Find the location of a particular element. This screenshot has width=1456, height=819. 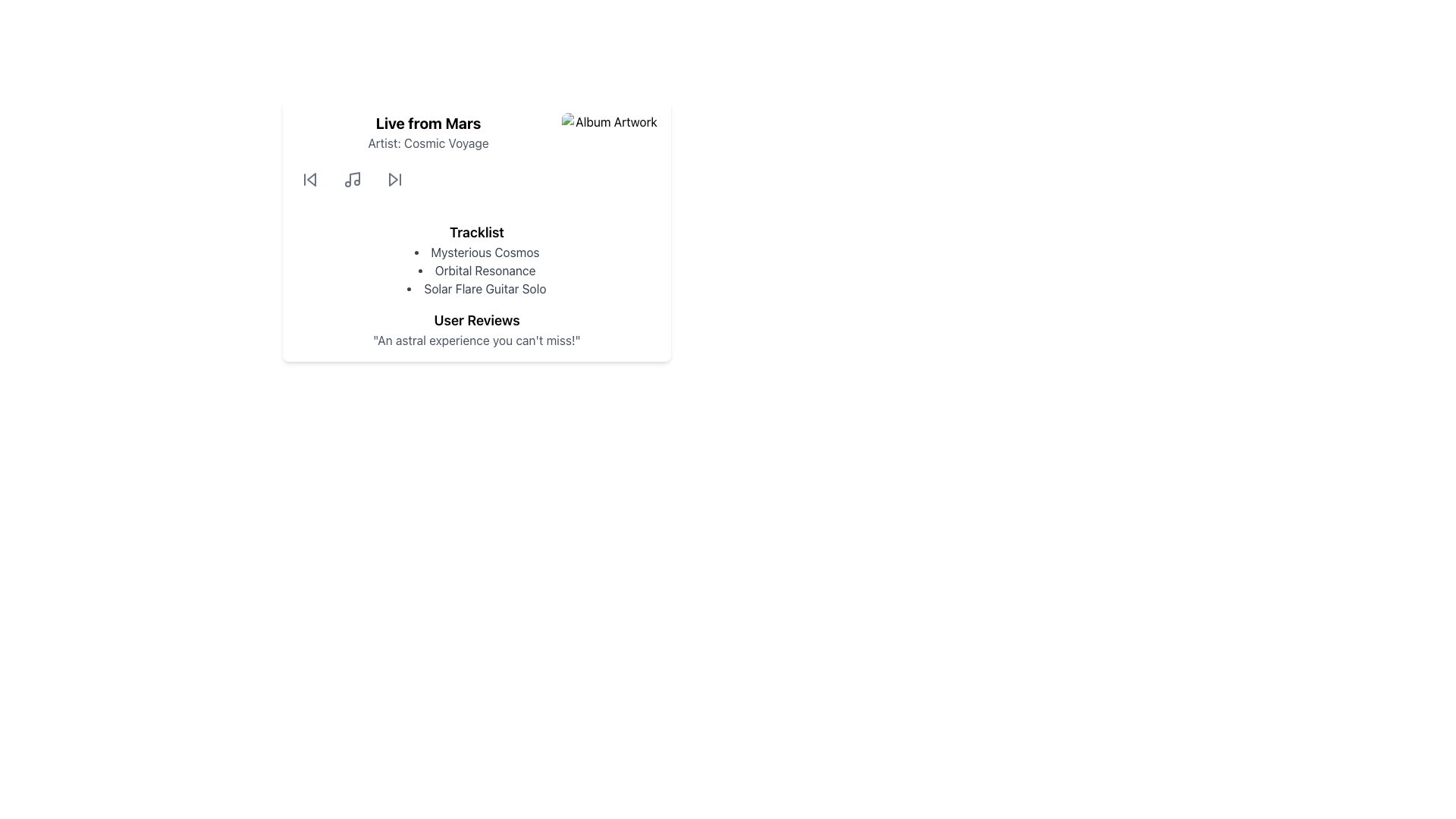

the 'Next' button, which features a triangular play symbol and is the fourth button in the control group, to skip to the next item is located at coordinates (395, 178).